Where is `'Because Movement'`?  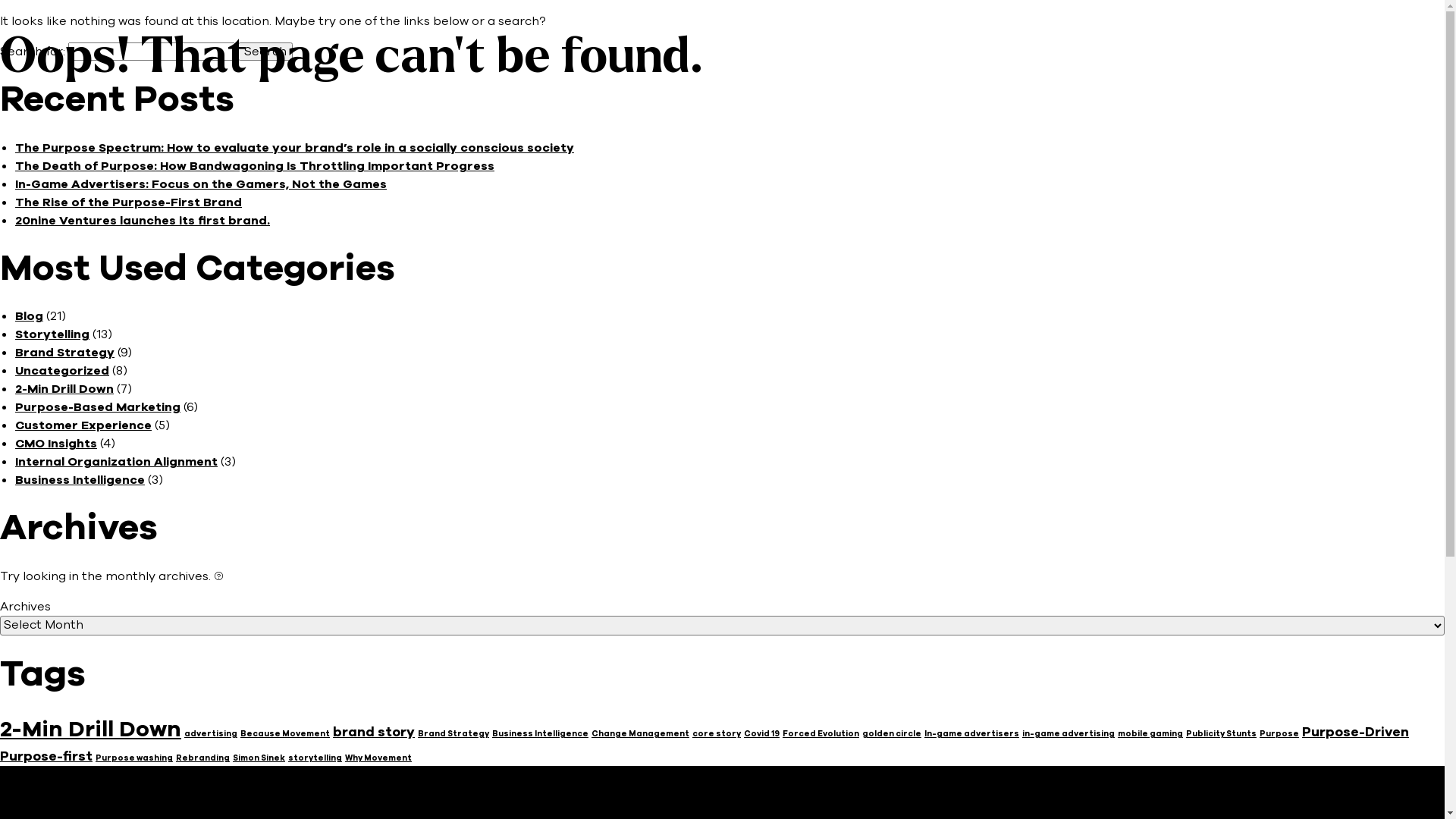 'Because Movement' is located at coordinates (284, 733).